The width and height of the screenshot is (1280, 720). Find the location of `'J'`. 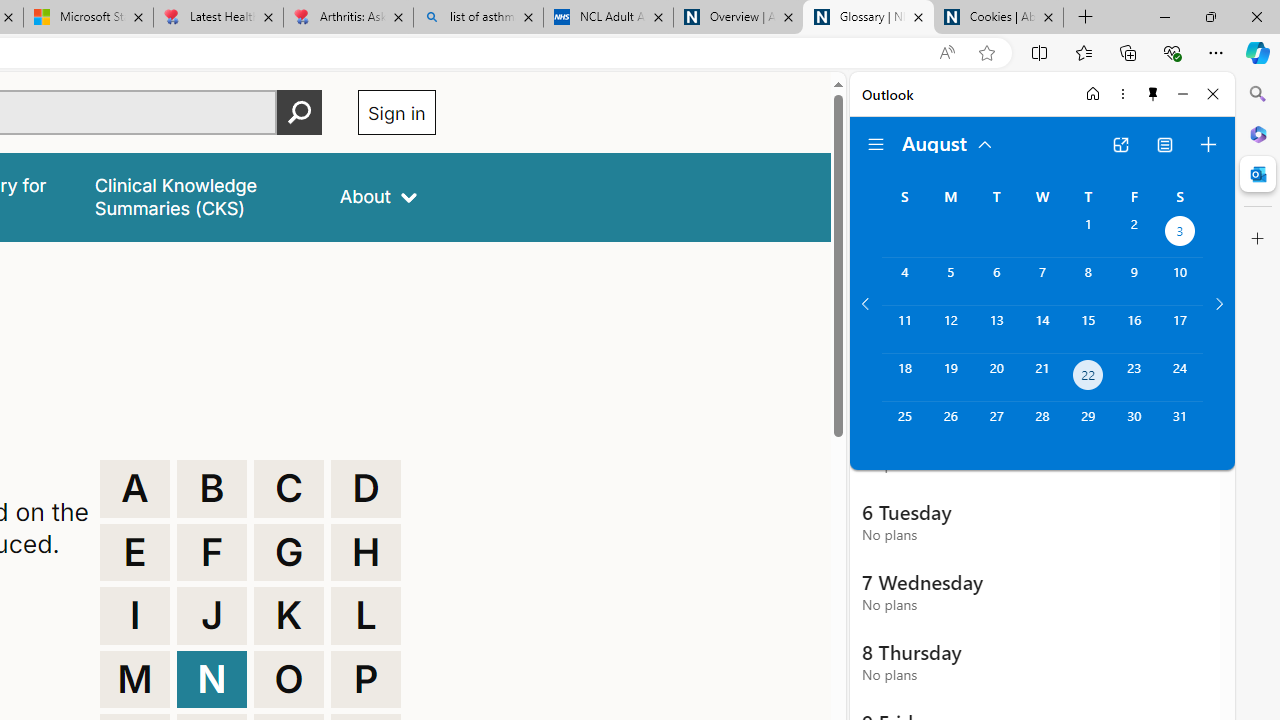

'J' is located at coordinates (212, 614).